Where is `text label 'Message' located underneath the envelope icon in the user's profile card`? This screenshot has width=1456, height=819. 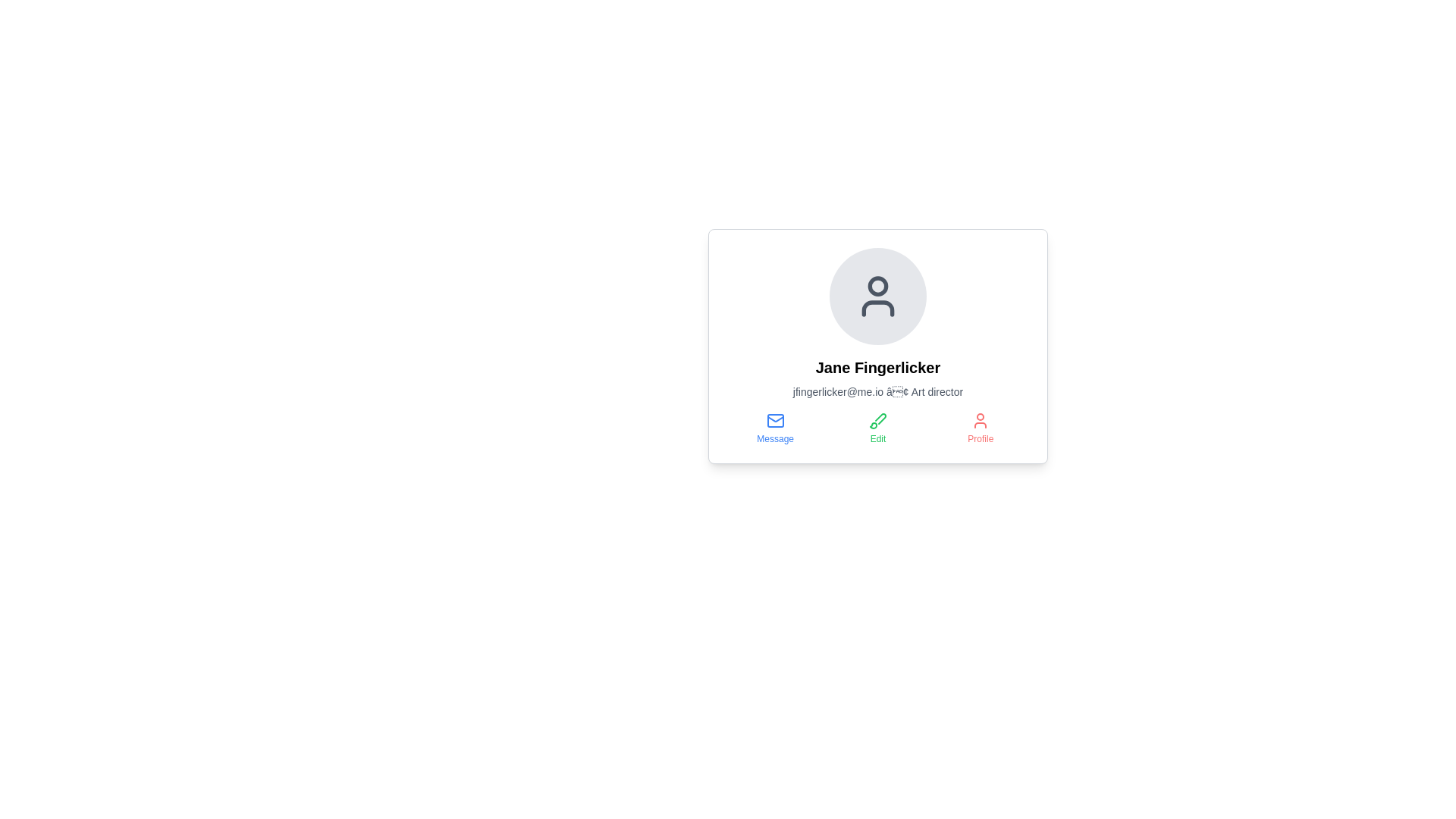 text label 'Message' located underneath the envelope icon in the user's profile card is located at coordinates (775, 438).